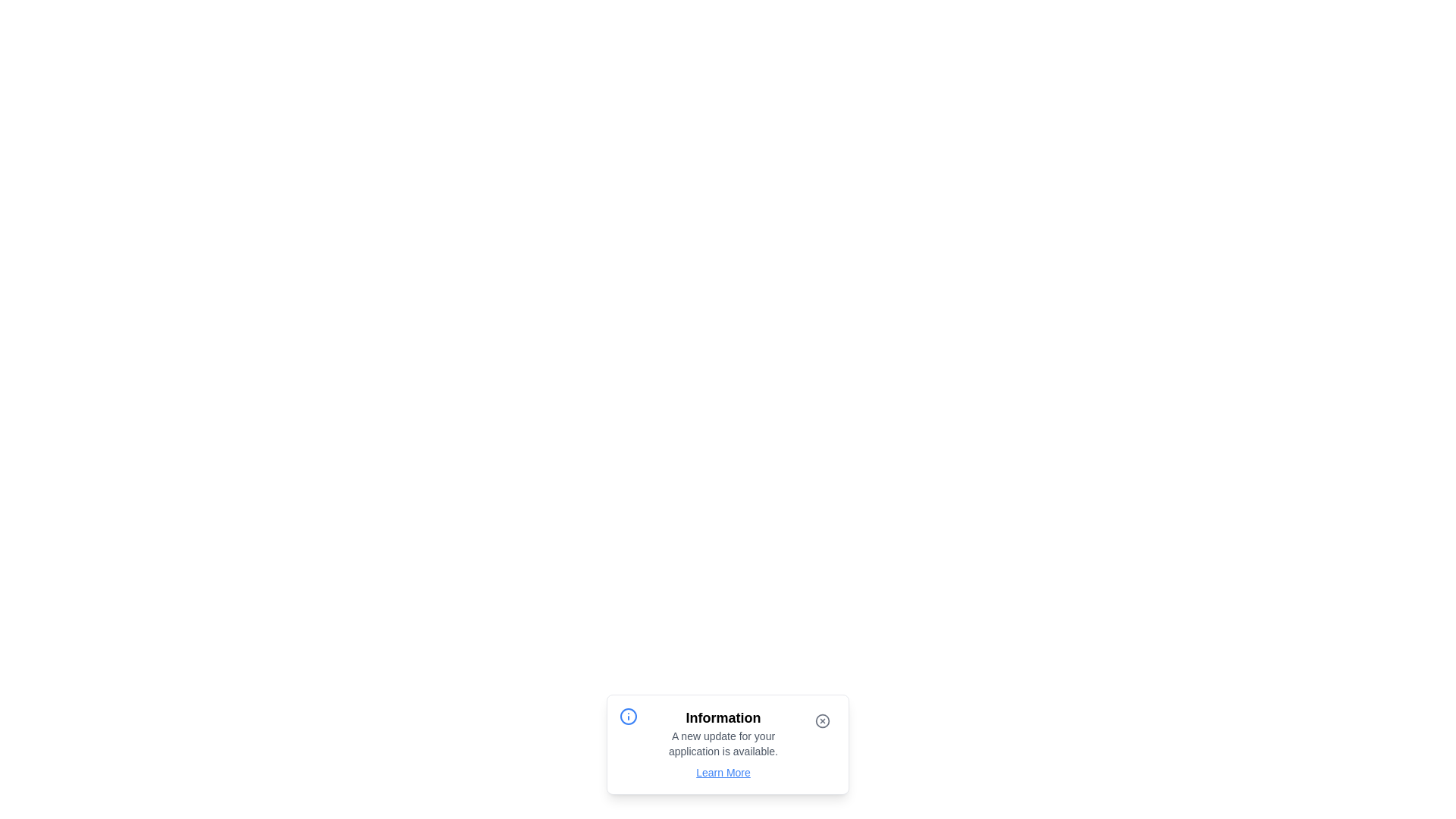 The height and width of the screenshot is (819, 1456). Describe the element at coordinates (723, 772) in the screenshot. I see `the 'Learn More' link to navigate to more information about the update` at that location.